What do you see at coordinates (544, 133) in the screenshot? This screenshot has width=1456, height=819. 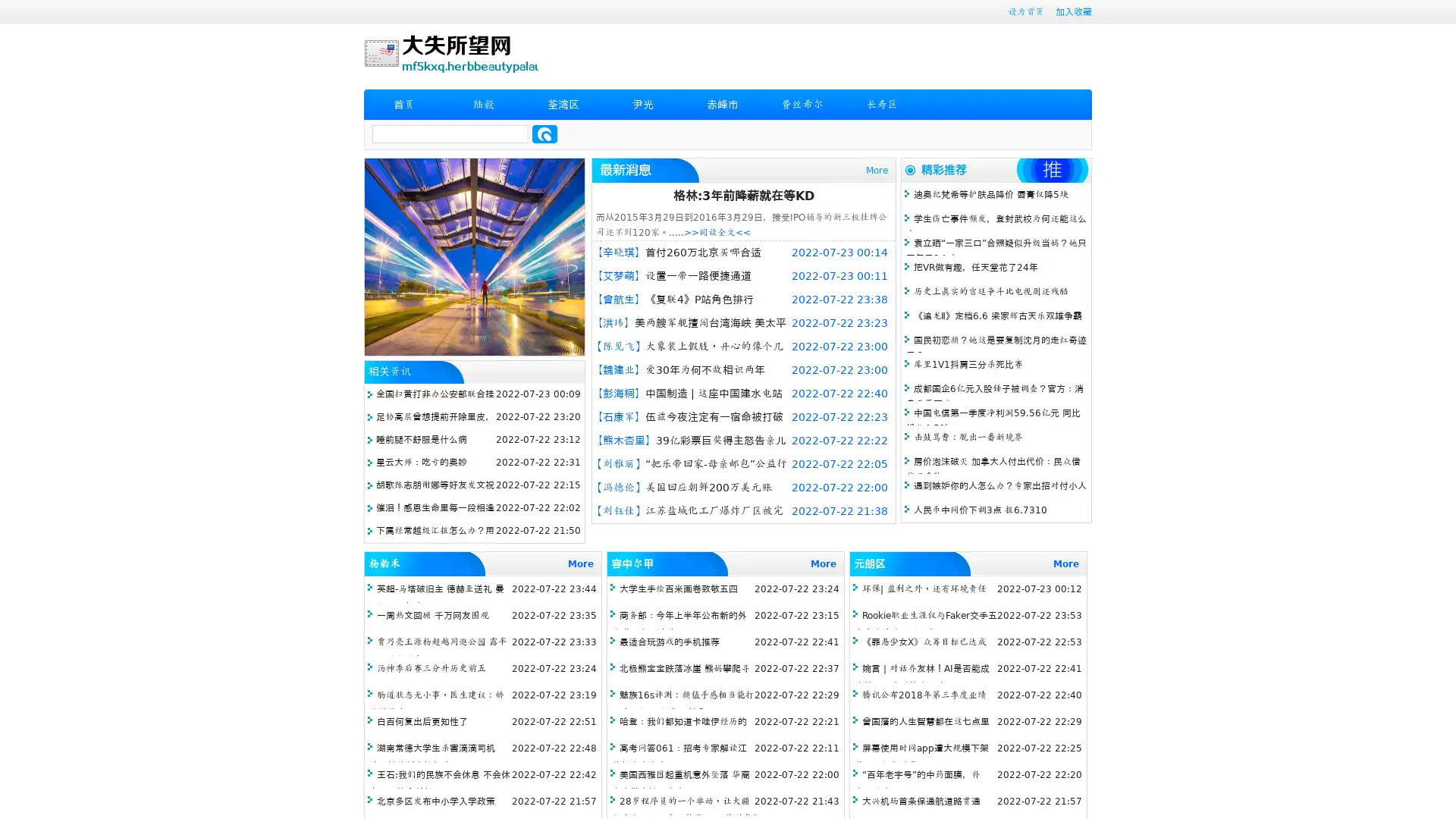 I see `Search` at bounding box center [544, 133].